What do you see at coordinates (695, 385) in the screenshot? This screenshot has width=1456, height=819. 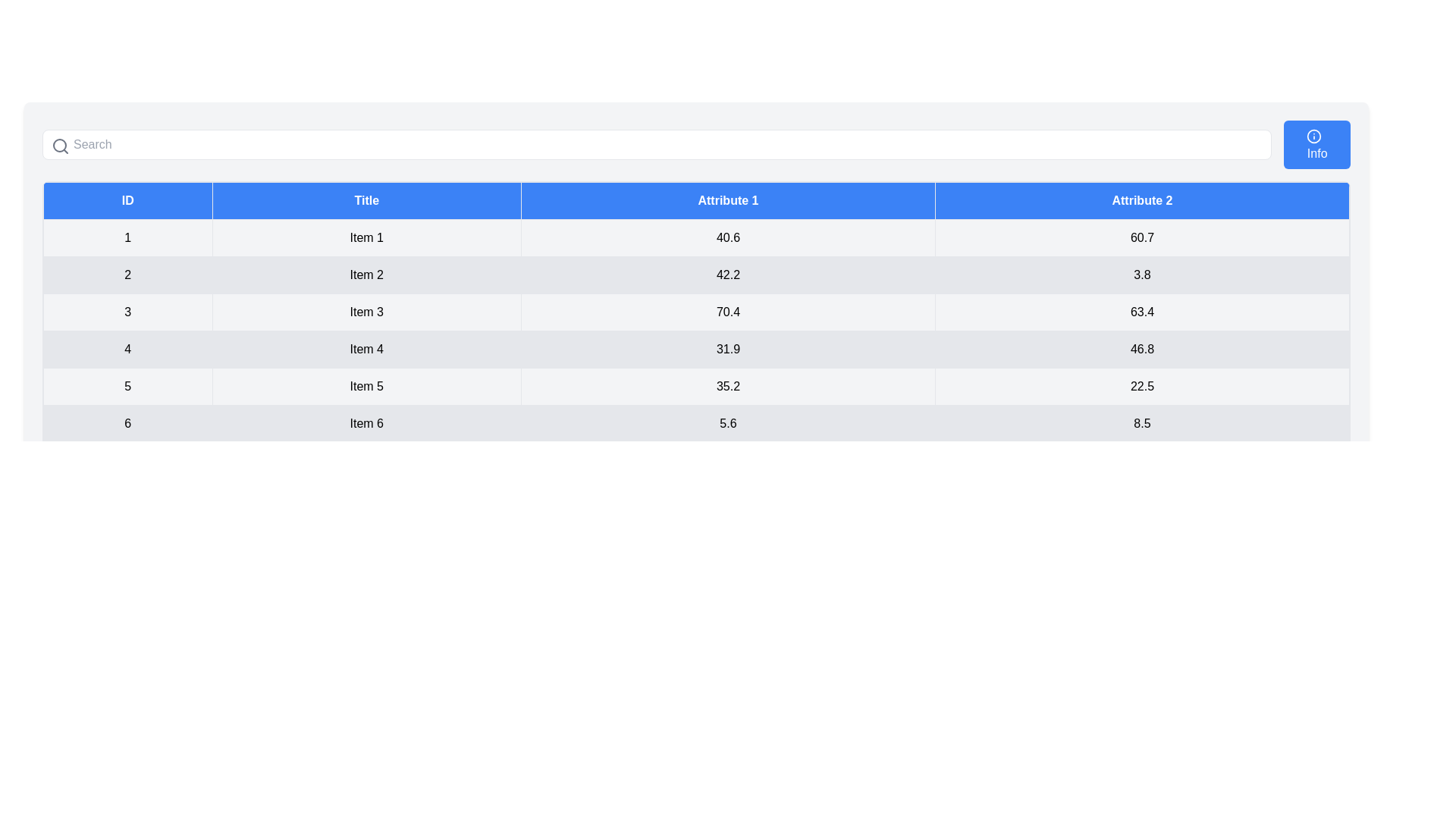 I see `the row corresponding to the ID 5 in the table` at bounding box center [695, 385].